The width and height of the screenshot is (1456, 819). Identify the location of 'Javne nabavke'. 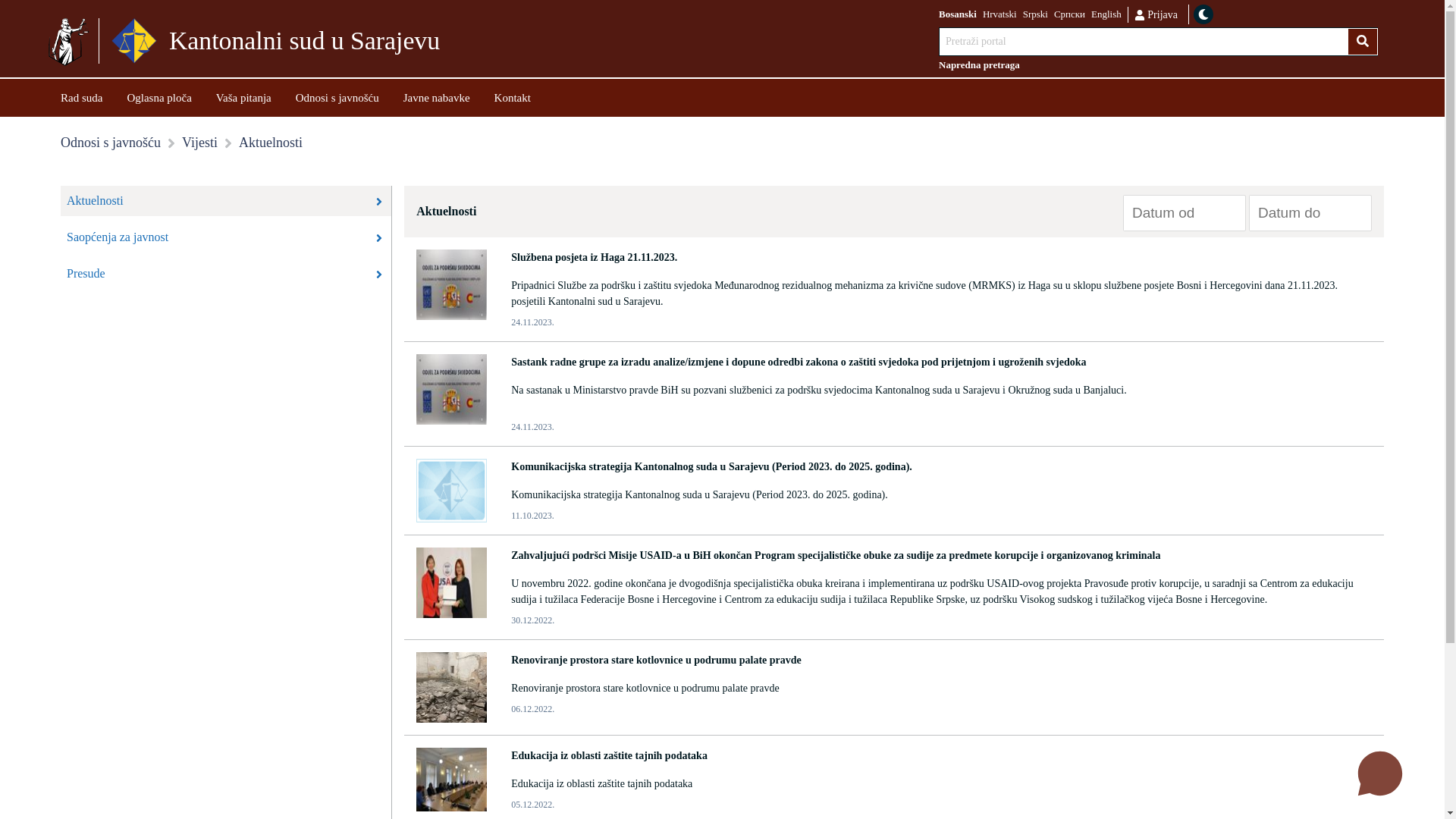
(436, 97).